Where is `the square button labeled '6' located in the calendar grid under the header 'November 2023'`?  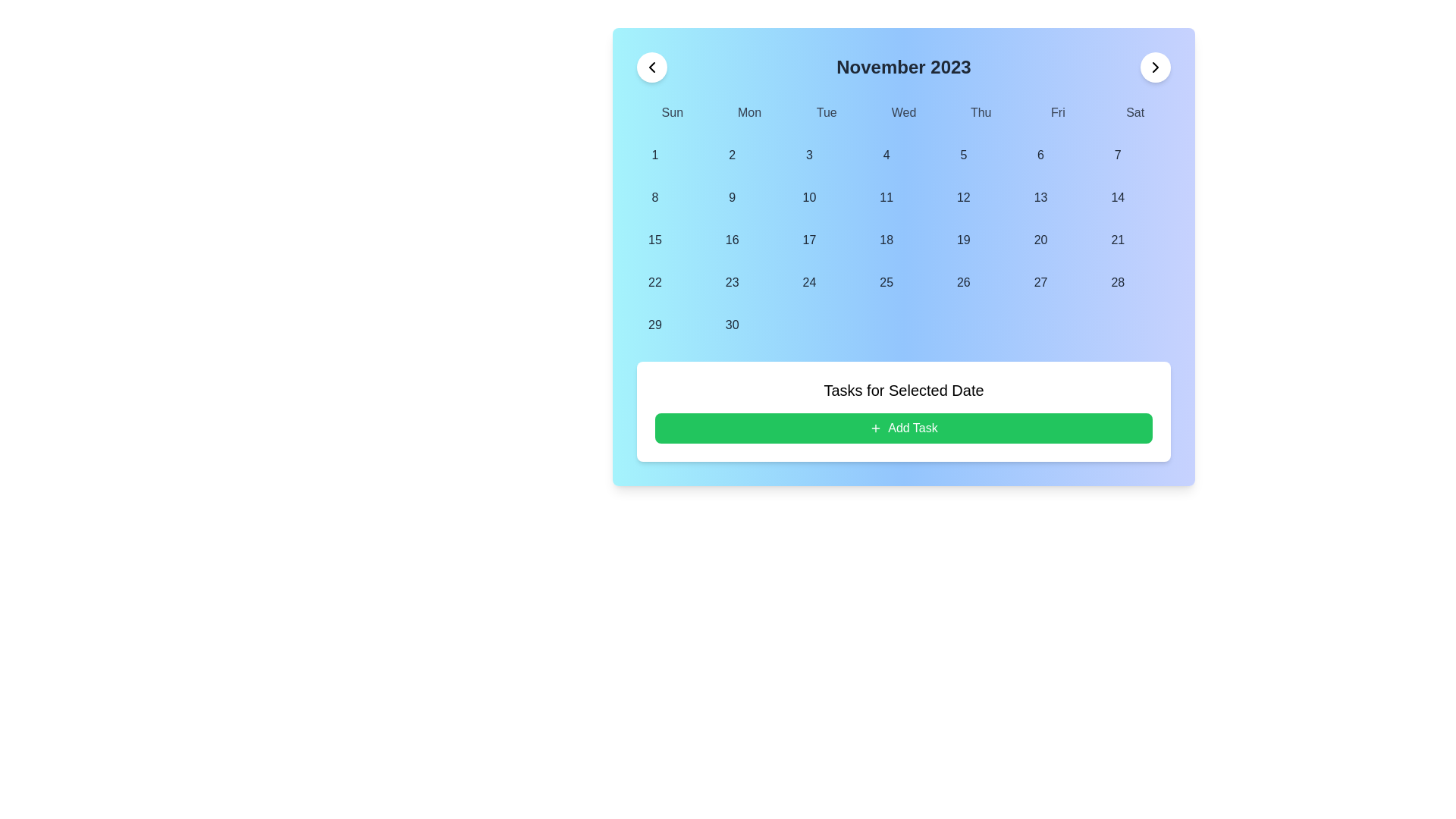
the square button labeled '6' located in the calendar grid under the header 'November 2023' is located at coordinates (1040, 155).